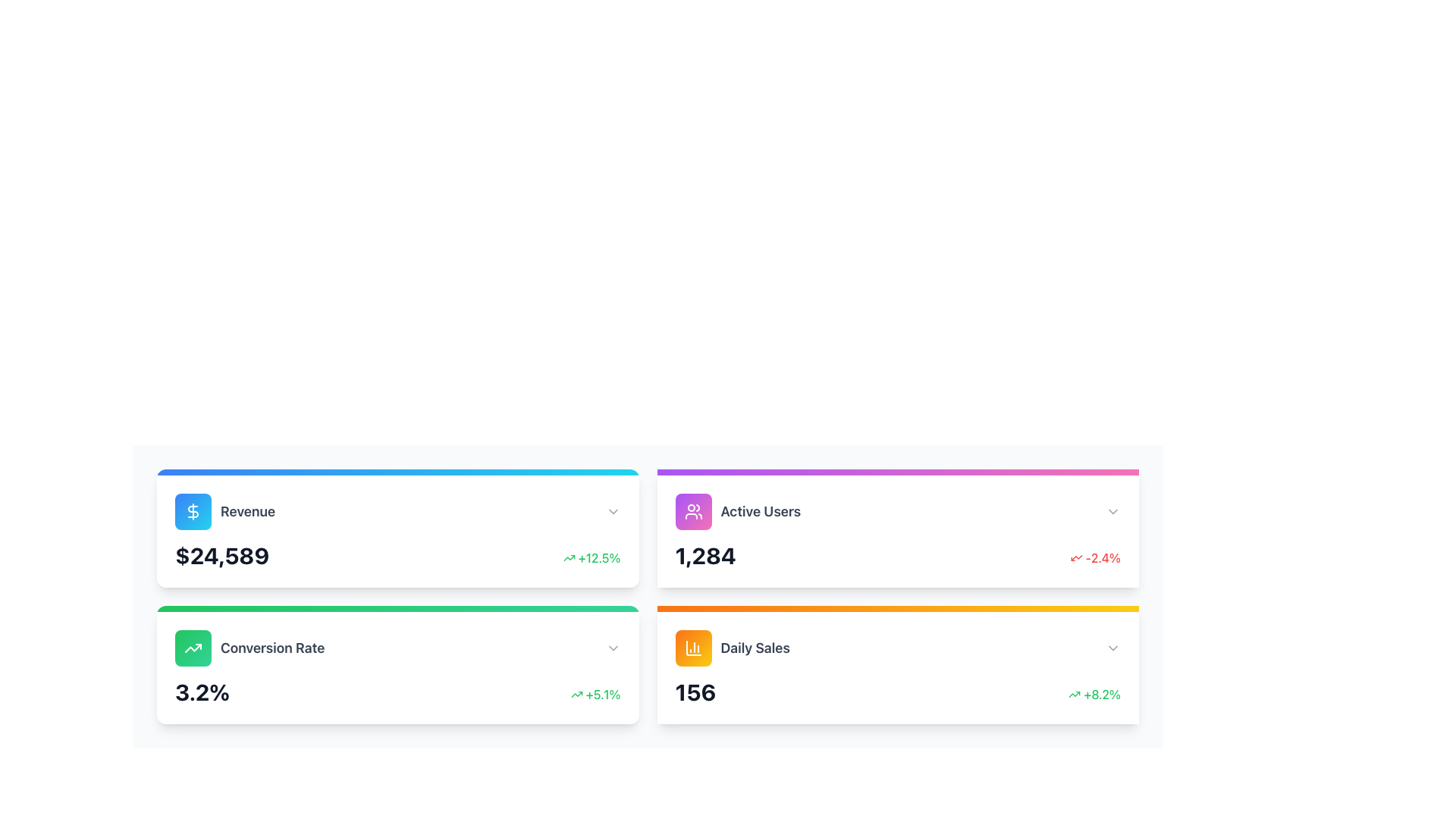 The image size is (1456, 819). What do you see at coordinates (1113, 512) in the screenshot?
I see `the chevron icon in the upper-right corner of the 'Active Users' panel` at bounding box center [1113, 512].